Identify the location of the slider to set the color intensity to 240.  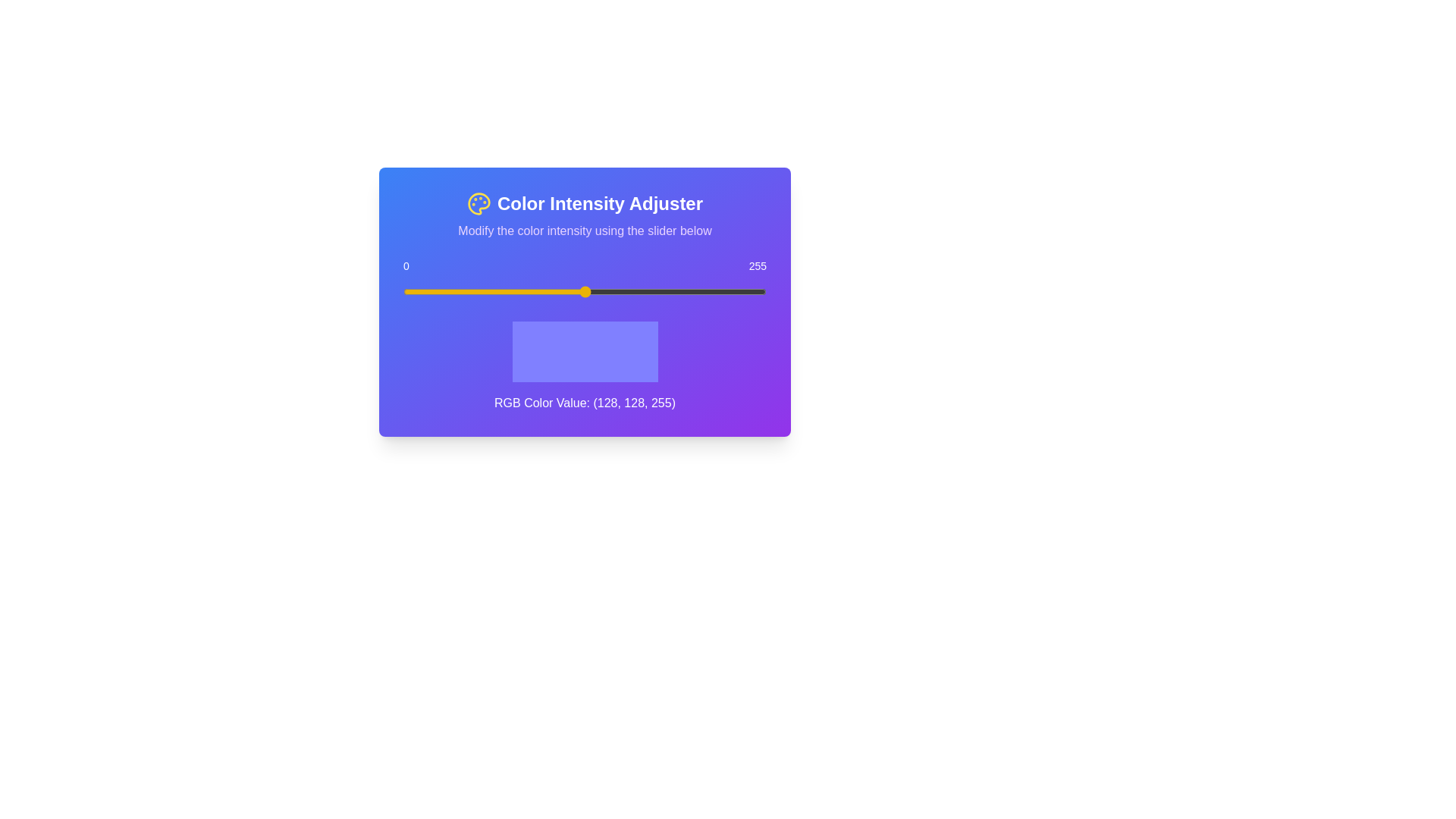
(745, 292).